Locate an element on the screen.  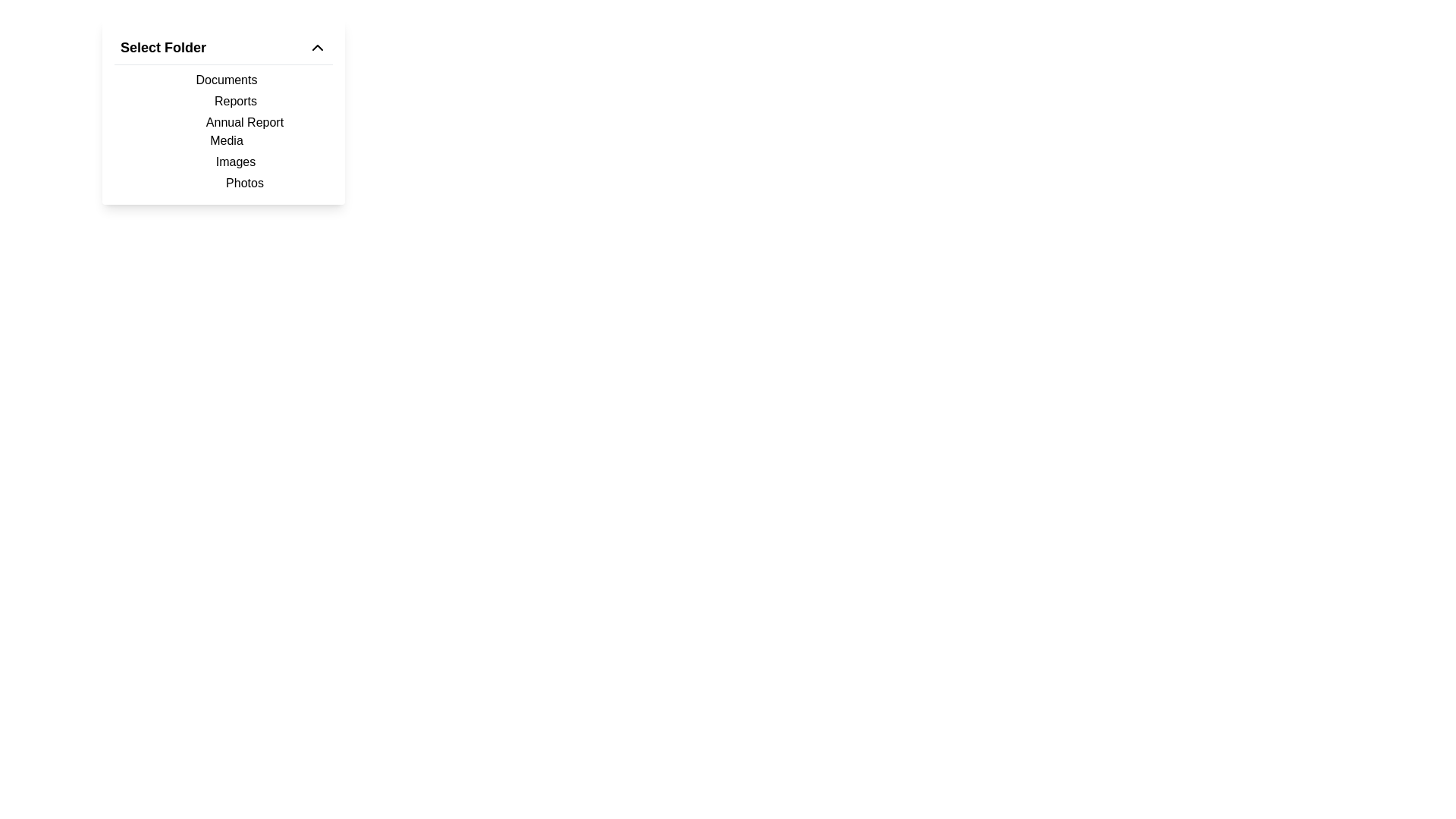
the 'Annual Report' option in the dropdown menu, which is the third item in a vertical list of options is located at coordinates (240, 122).